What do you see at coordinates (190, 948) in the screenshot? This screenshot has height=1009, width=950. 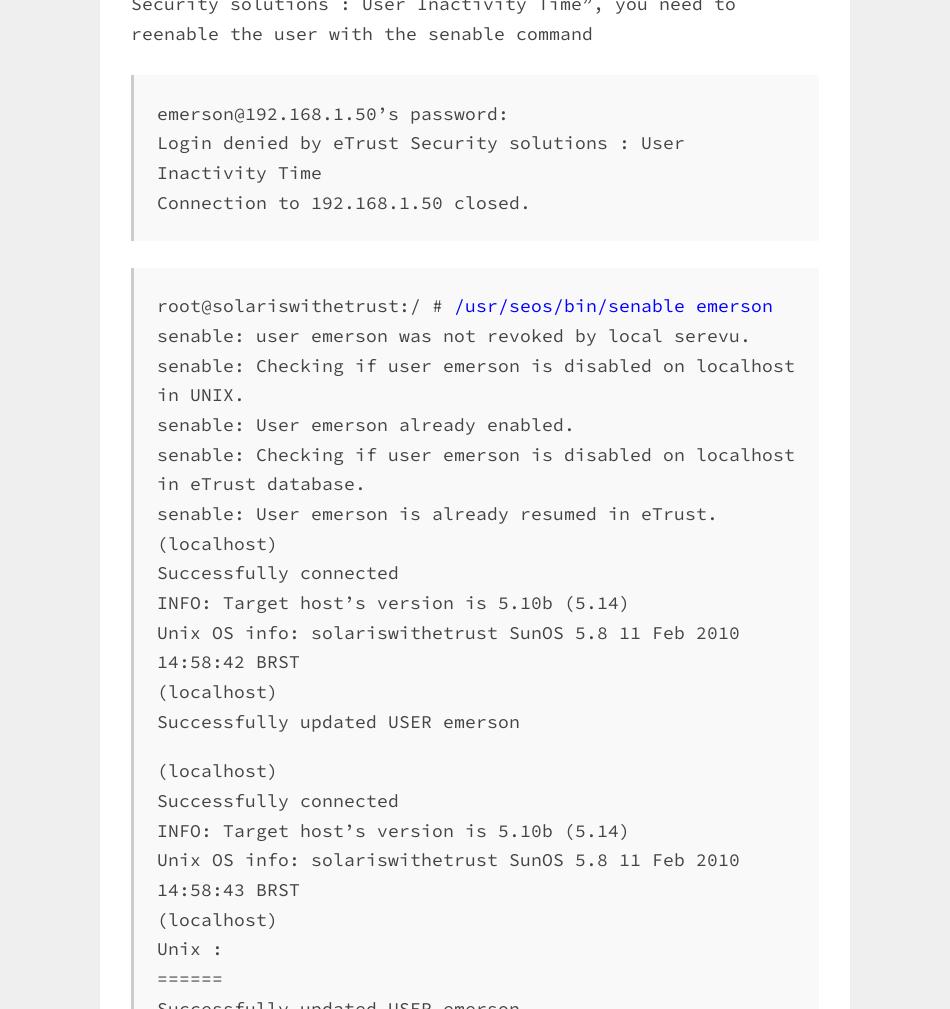 I see `'Unix :'` at bounding box center [190, 948].